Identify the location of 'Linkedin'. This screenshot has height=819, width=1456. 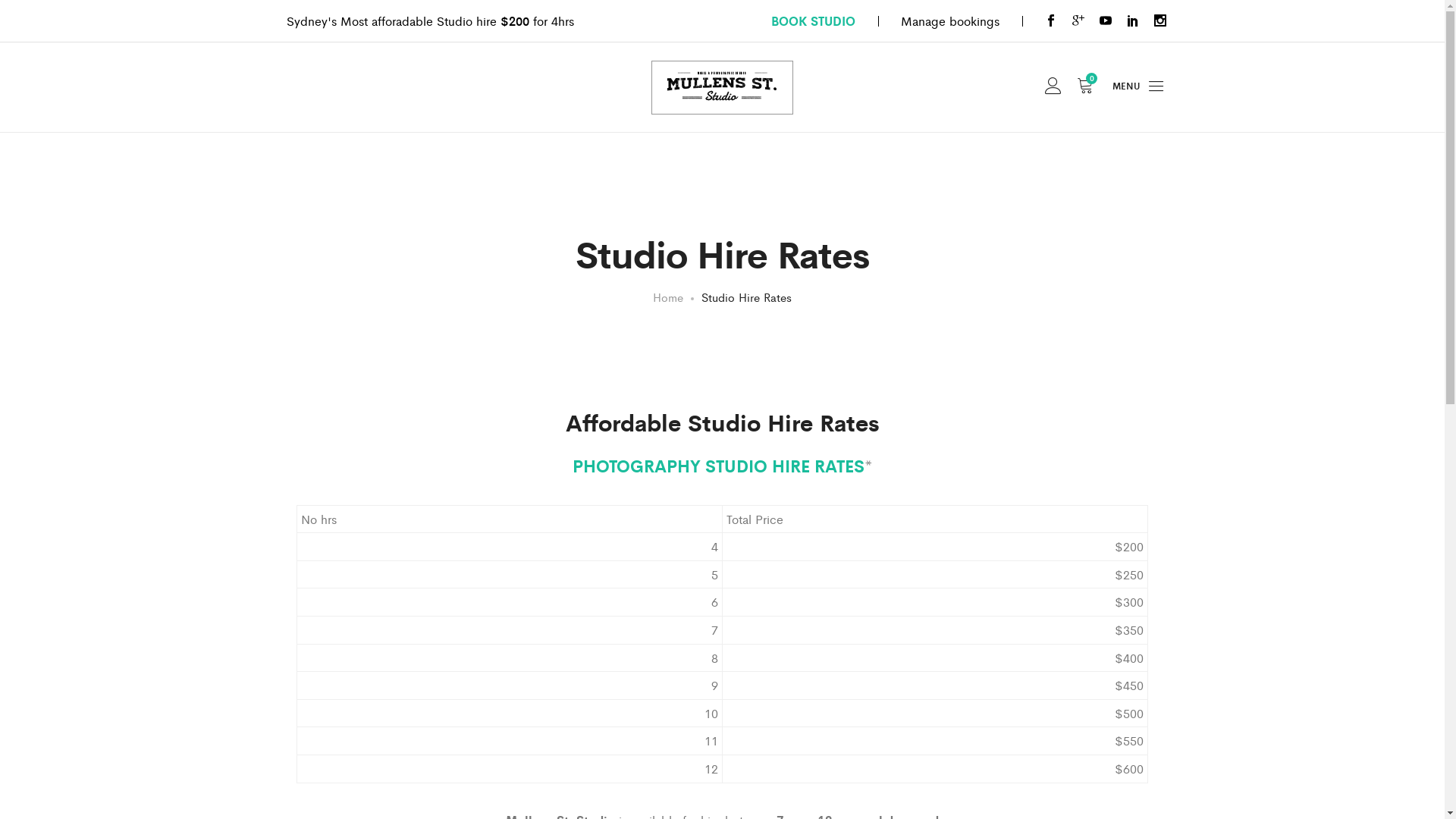
(1132, 20).